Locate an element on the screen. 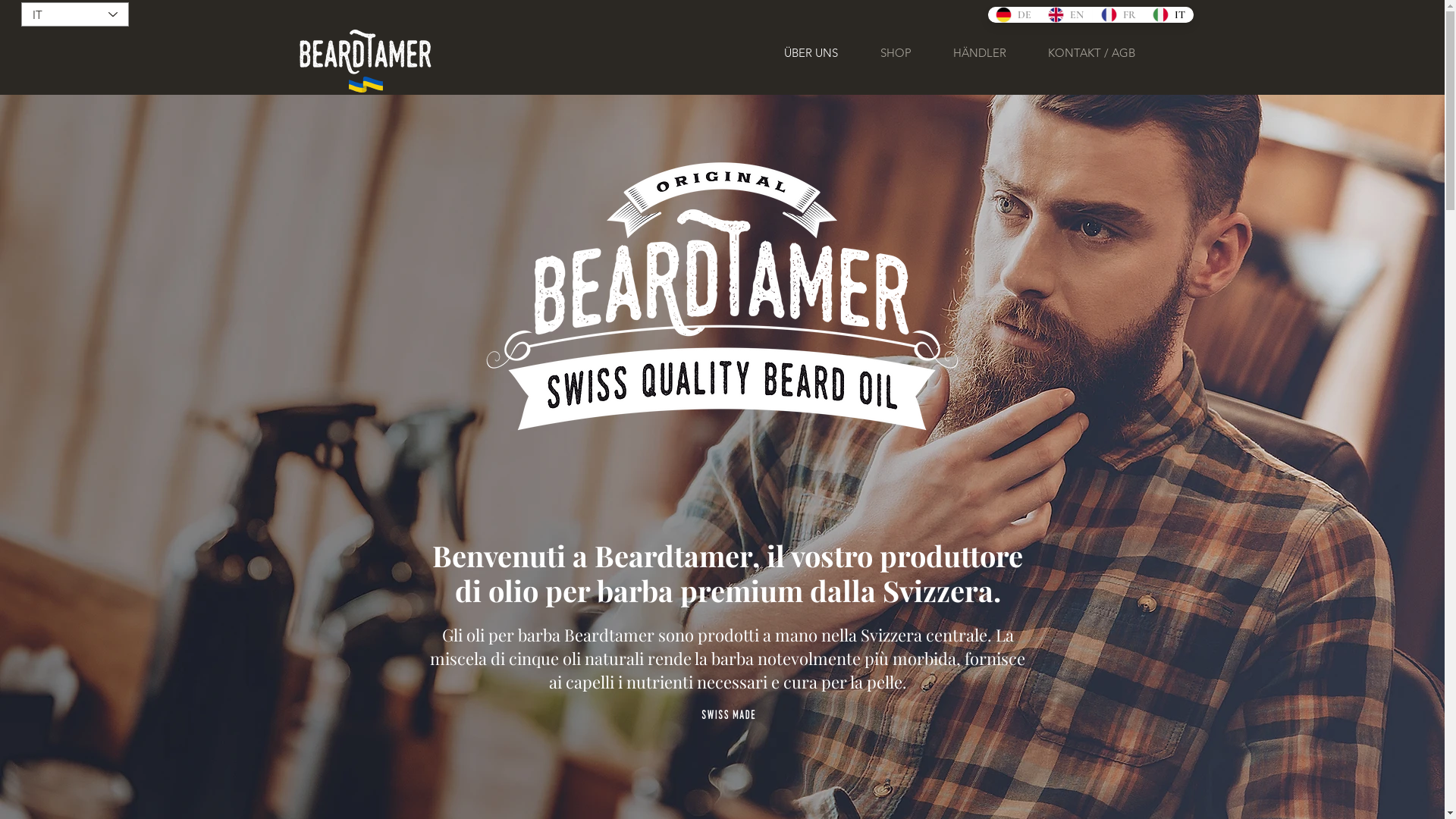  'FR' is located at coordinates (1092, 14).